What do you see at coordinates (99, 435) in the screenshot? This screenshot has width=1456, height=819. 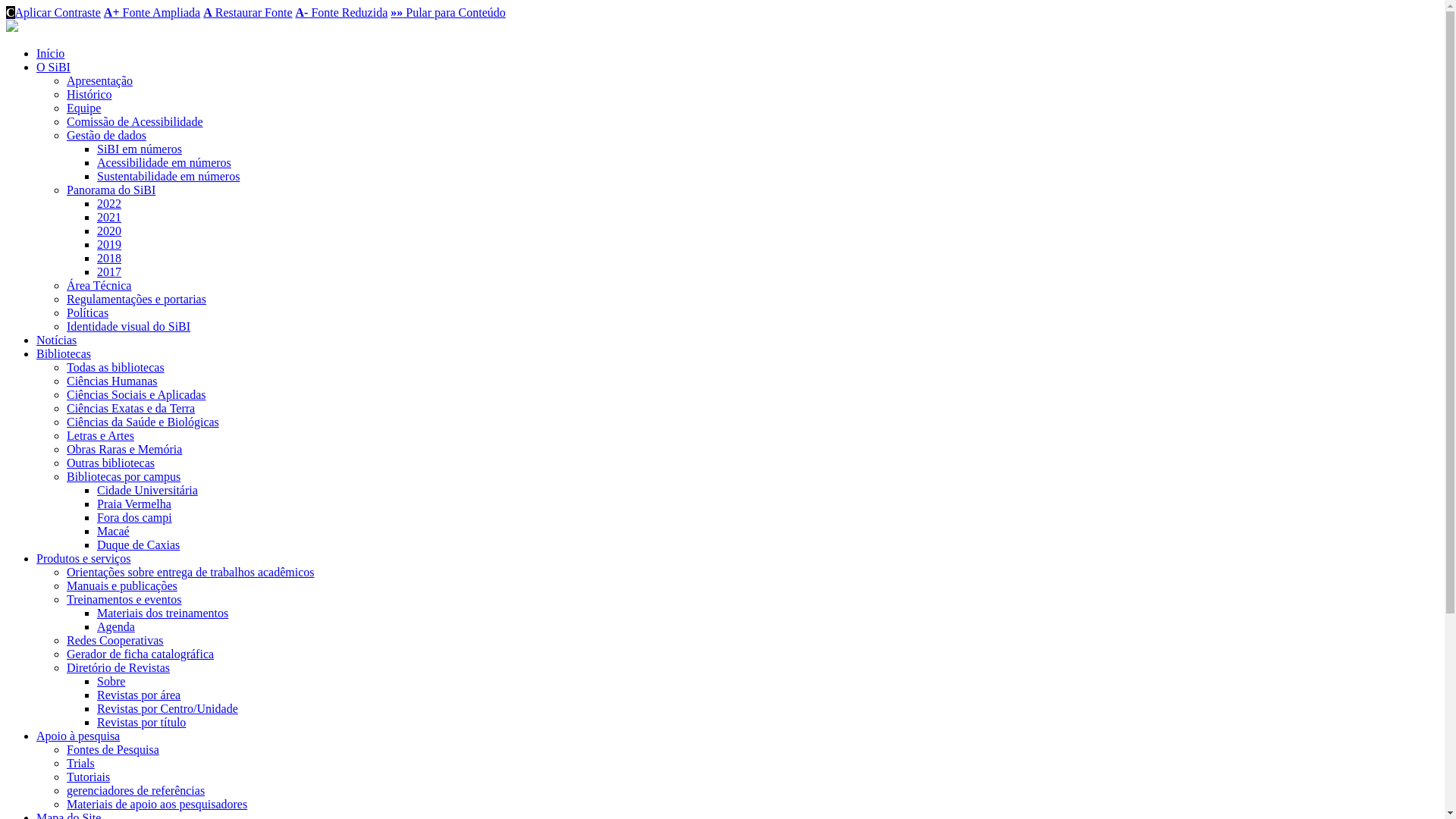 I see `'Letras e Artes'` at bounding box center [99, 435].